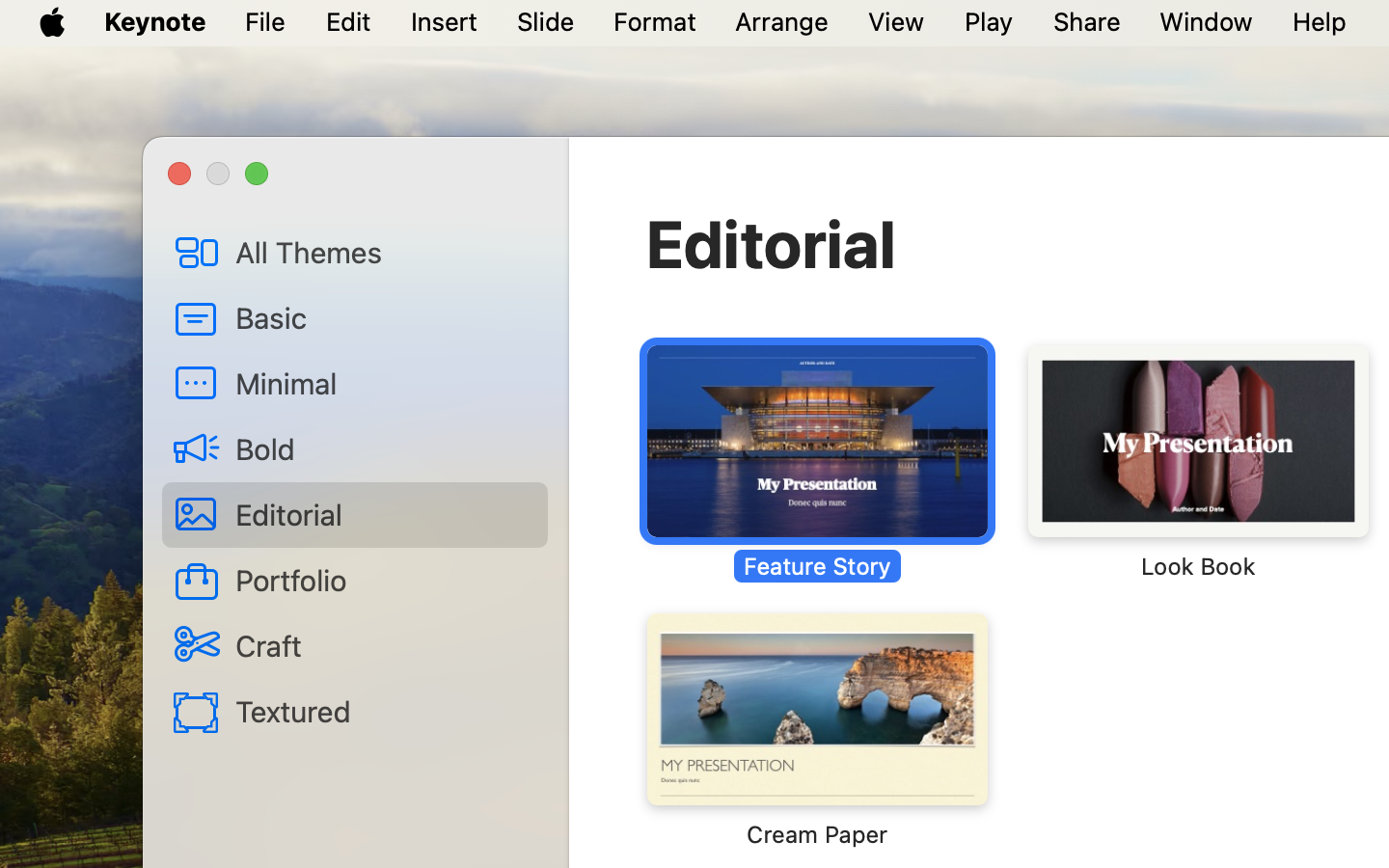 The image size is (1389, 868). Describe the element at coordinates (816, 461) in the screenshot. I see `'‎⁨Feature Story⁩'` at that location.